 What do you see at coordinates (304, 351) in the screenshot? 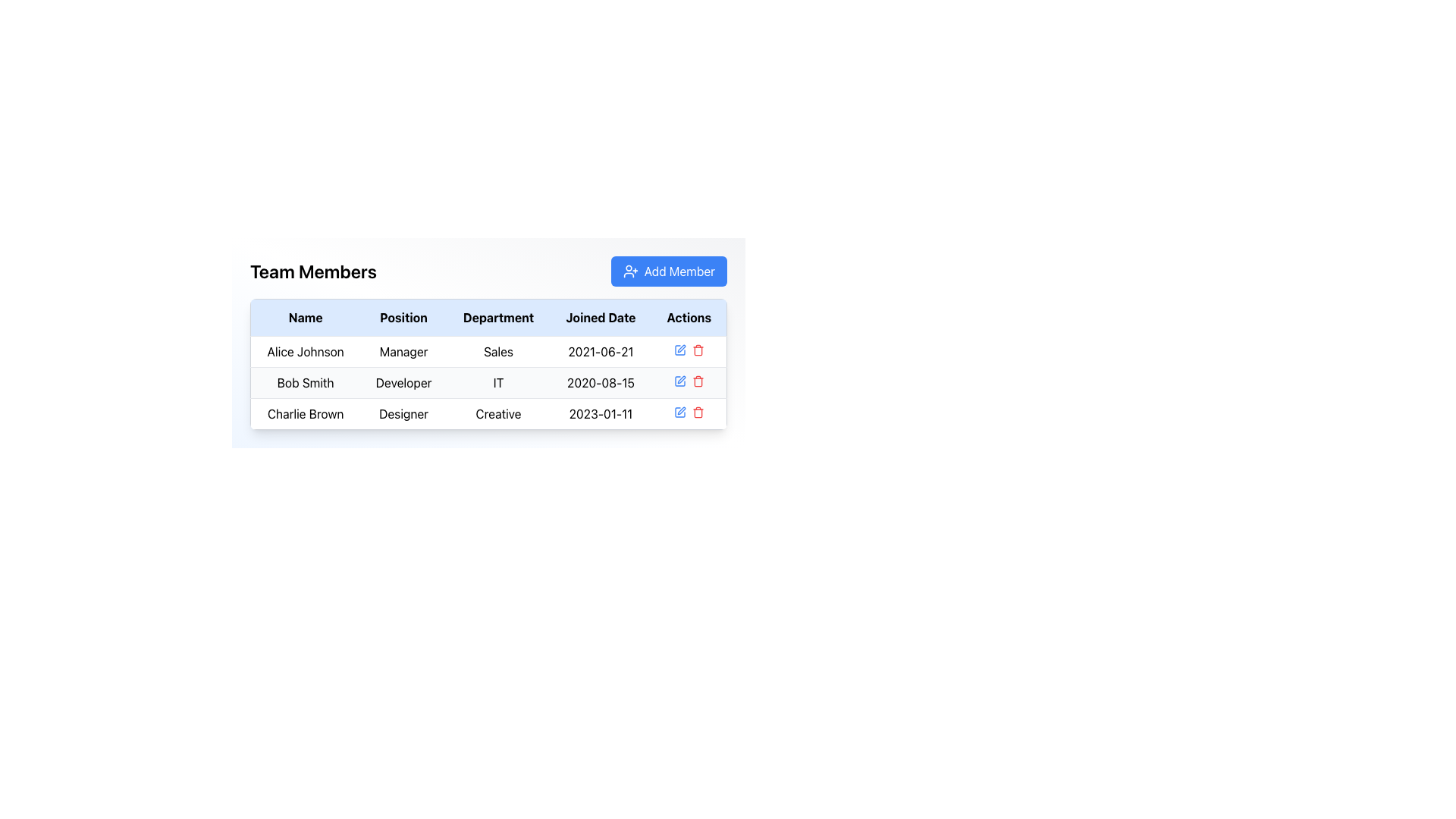
I see `the first team member's name label in the table, which is located under the 'Team Members' heading and aligned with the 'Manager', 'Sales', and '2021-06-21' columns` at bounding box center [304, 351].